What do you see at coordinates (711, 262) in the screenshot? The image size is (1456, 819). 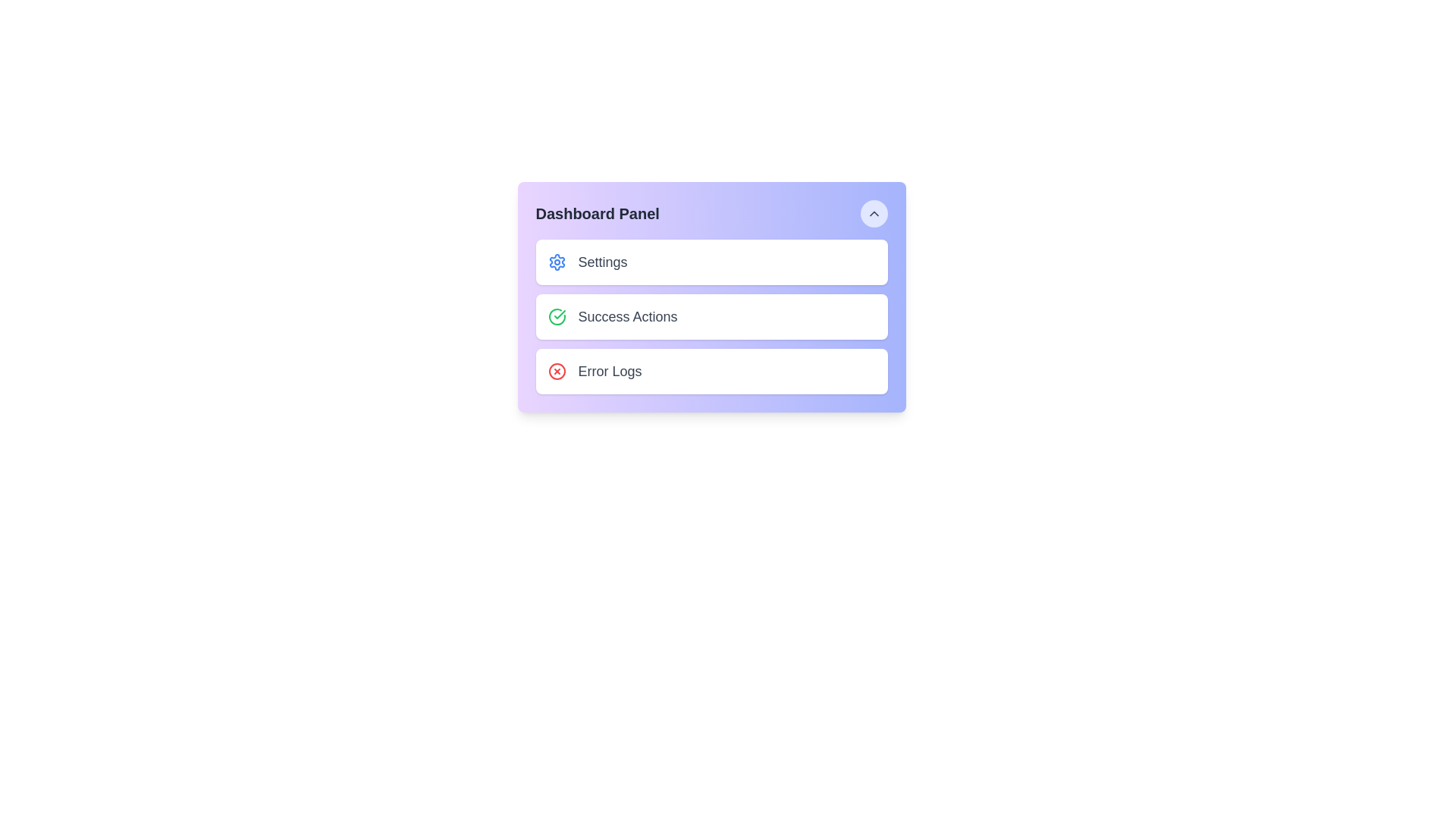 I see `the button that navigates to the settings page, positioned at the top of the button list on a purple background` at bounding box center [711, 262].